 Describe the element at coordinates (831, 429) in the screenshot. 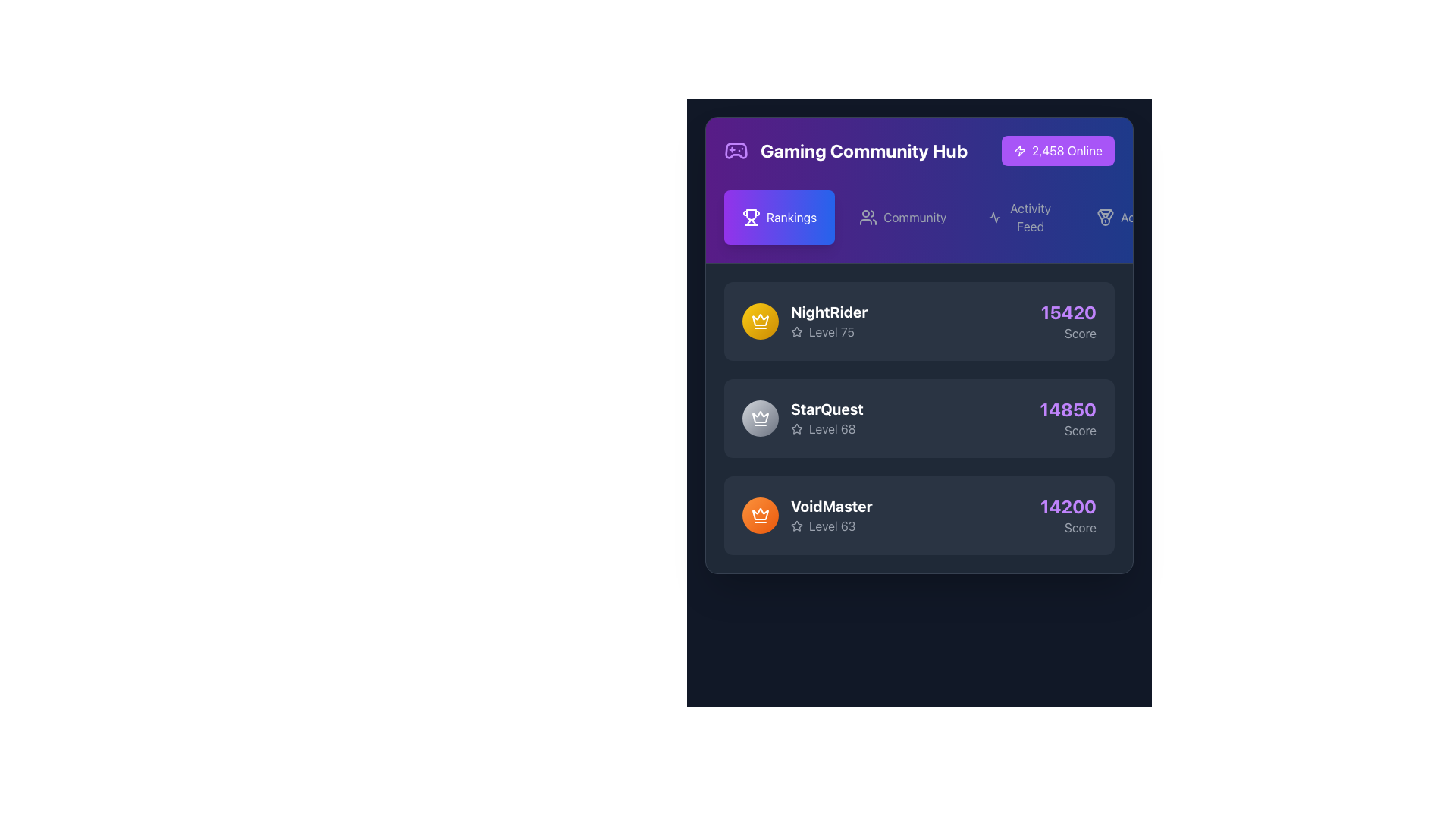

I see `the text label displaying 'Level 68' which is part of a ranked list layout, located below the username 'StarQuest' and next to a star icon` at that location.